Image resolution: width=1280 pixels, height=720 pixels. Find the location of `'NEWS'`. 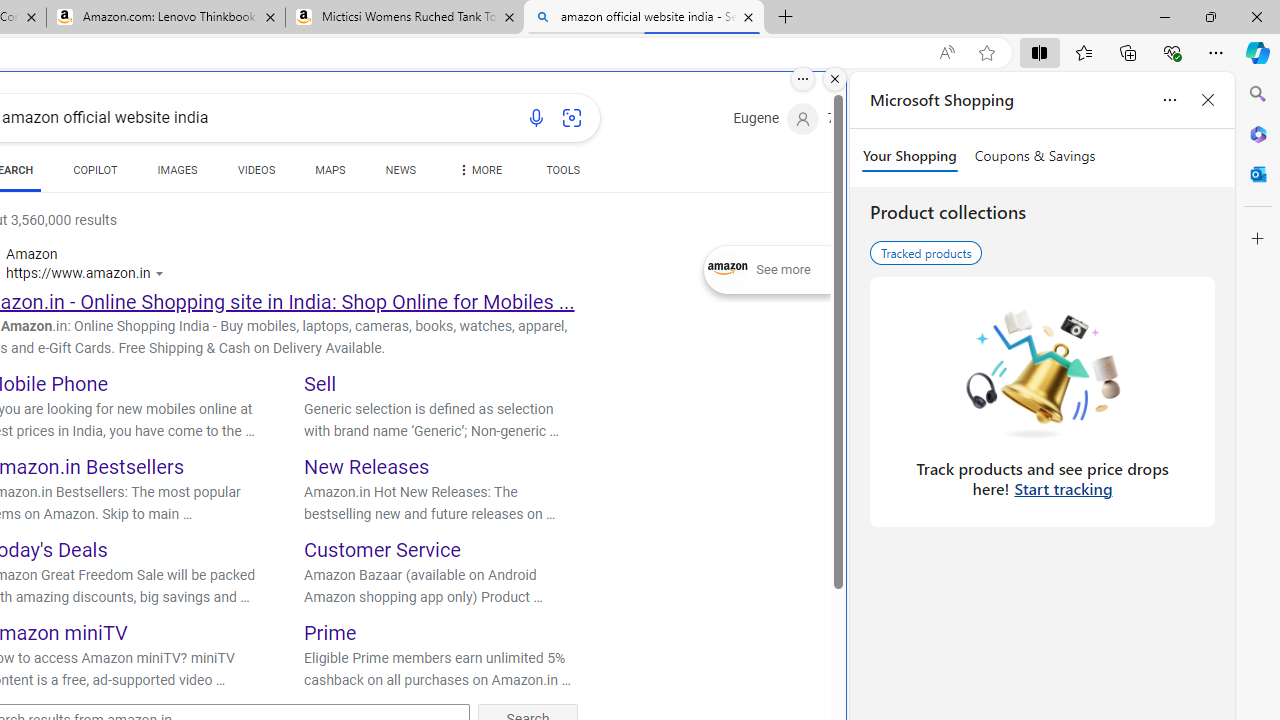

'NEWS' is located at coordinates (400, 170).